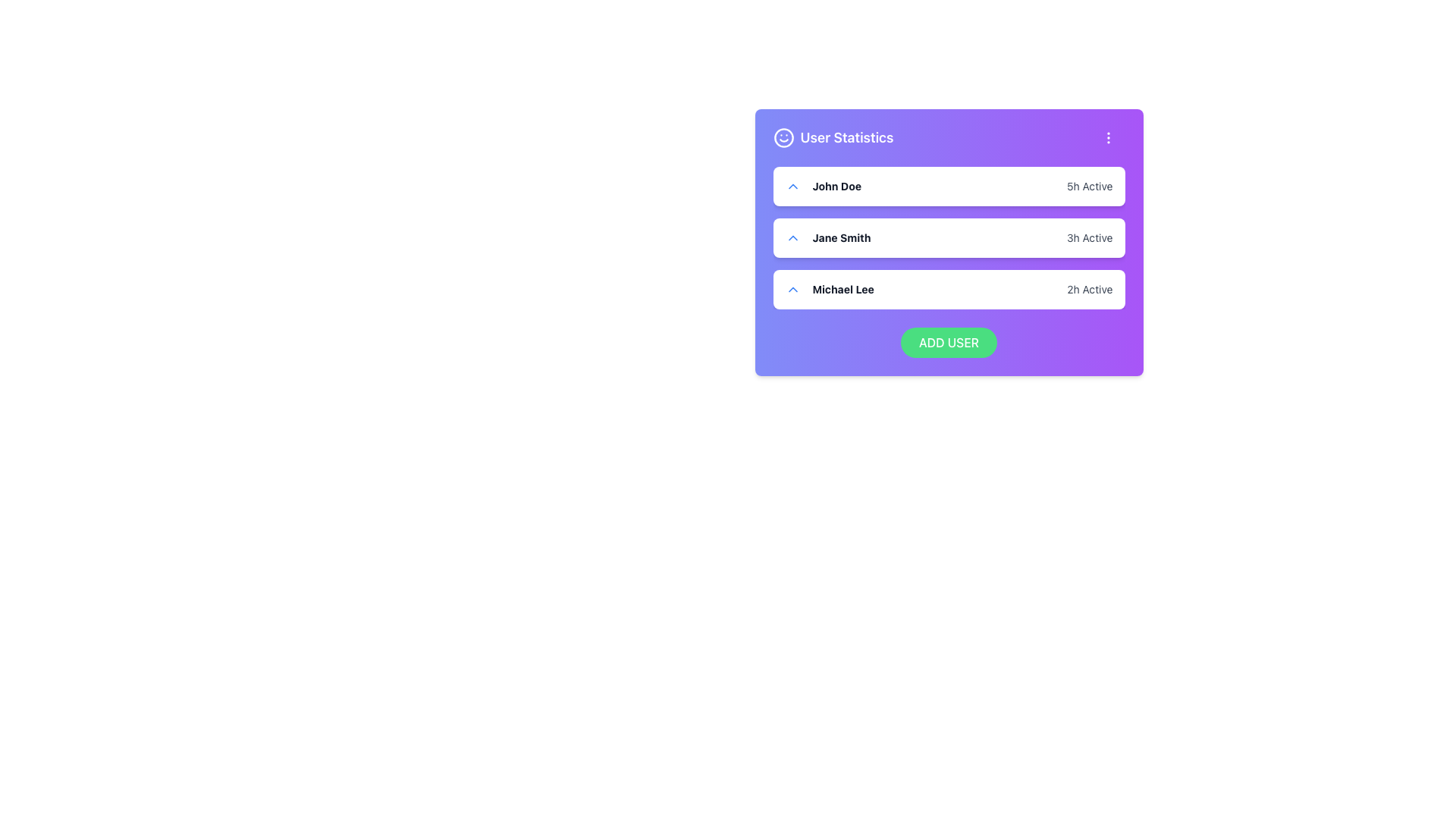 This screenshot has width=1456, height=819. Describe the element at coordinates (827, 237) in the screenshot. I see `the text label displaying 'Jane Smith'` at that location.